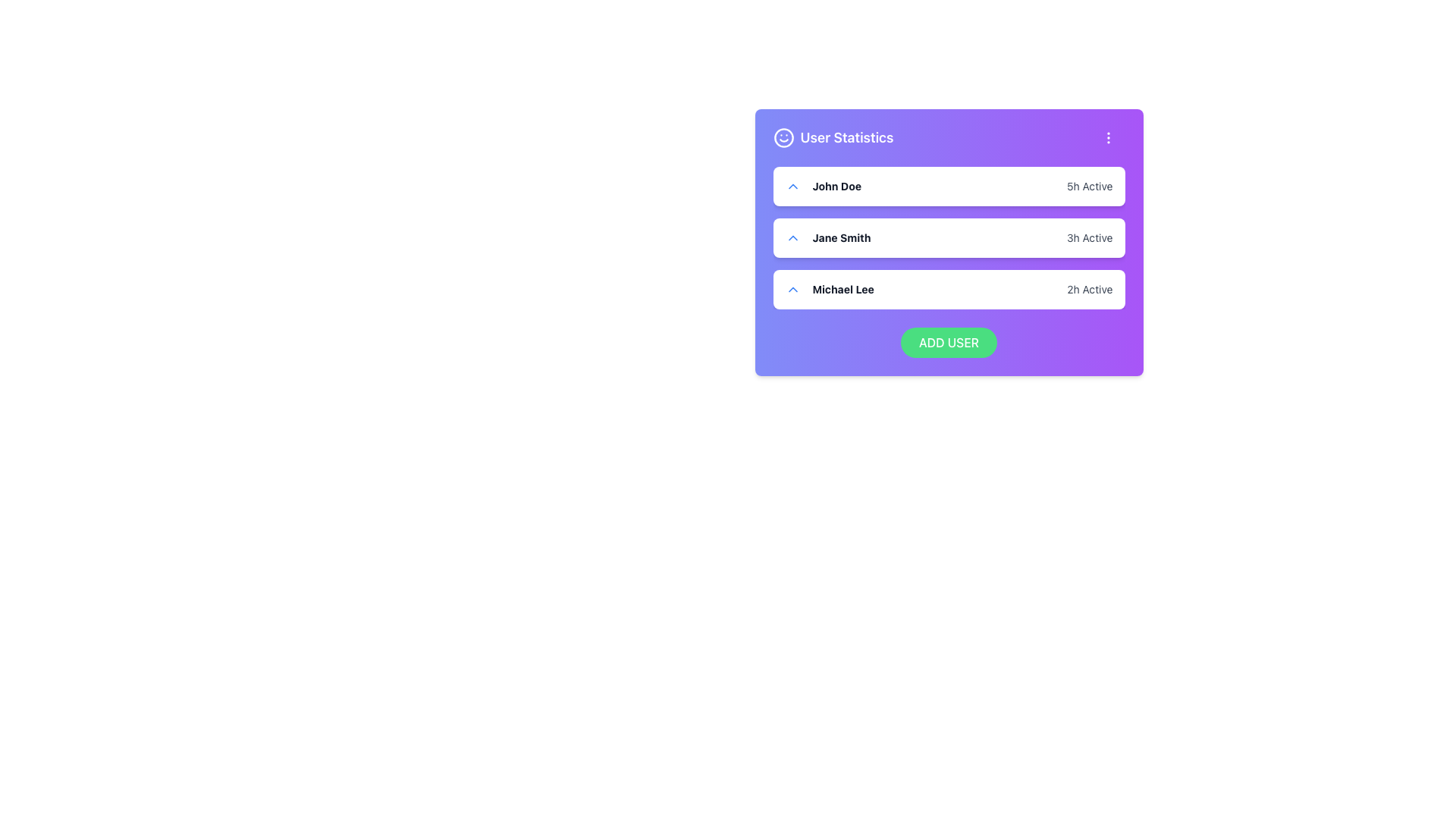 This screenshot has width=1456, height=819. Describe the element at coordinates (827, 237) in the screenshot. I see `the text label displaying 'Jane Smith'` at that location.